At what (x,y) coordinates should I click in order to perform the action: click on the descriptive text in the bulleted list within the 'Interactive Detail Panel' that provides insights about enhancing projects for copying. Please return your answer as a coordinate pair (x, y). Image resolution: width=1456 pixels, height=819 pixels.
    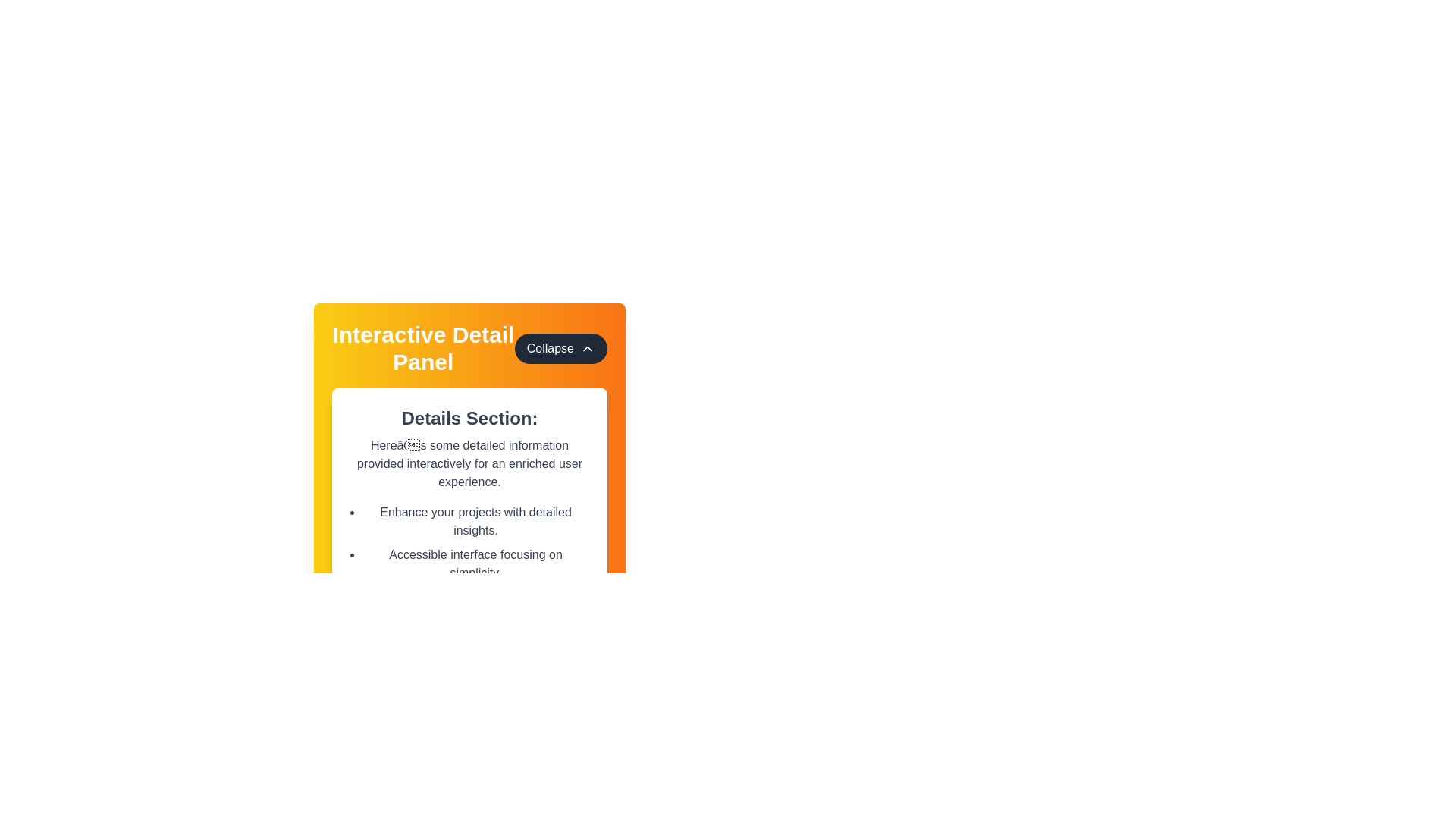
    Looking at the image, I should click on (475, 520).